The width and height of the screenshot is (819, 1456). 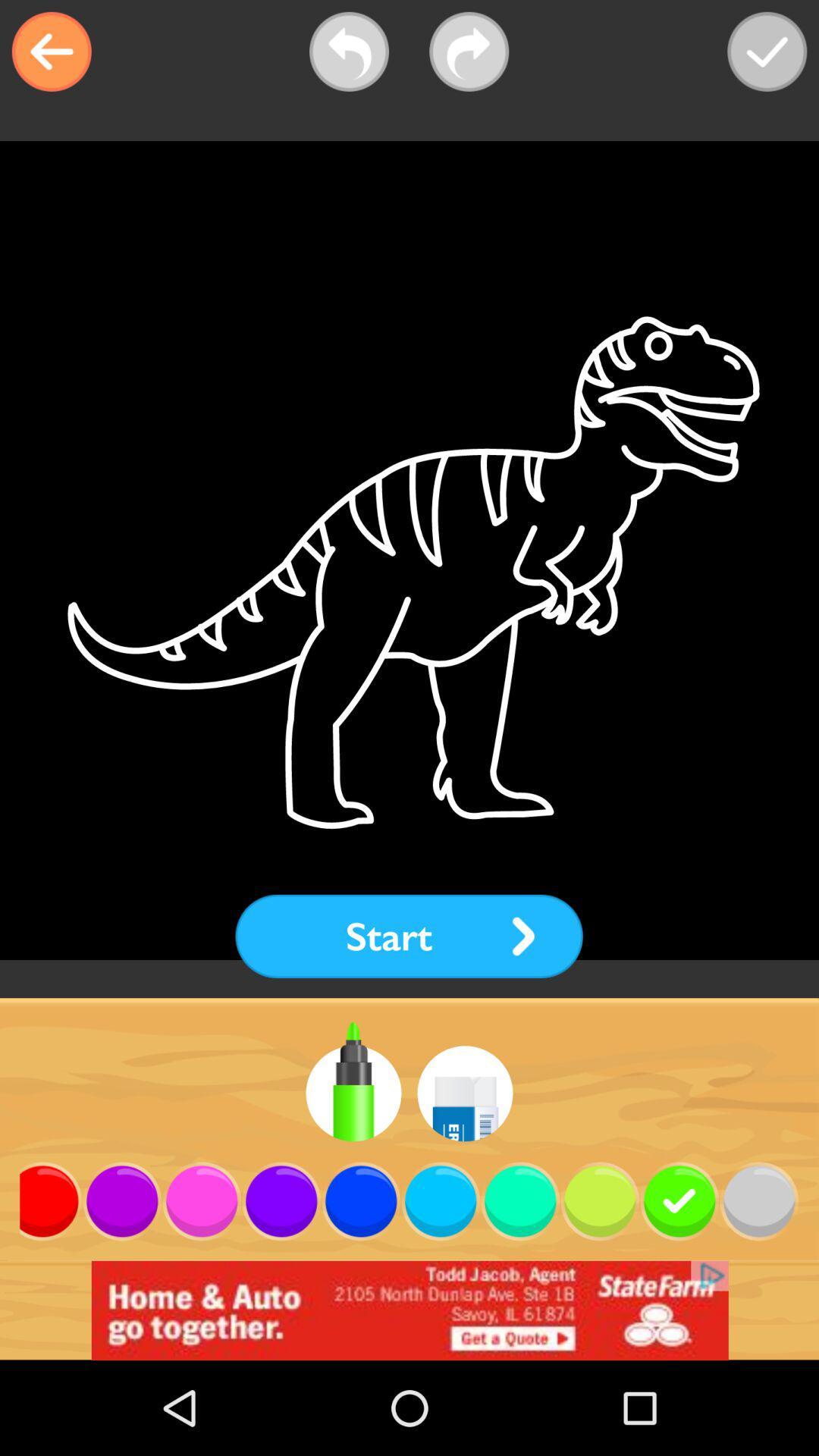 What do you see at coordinates (409, 1310) in the screenshot?
I see `advertisement banner` at bounding box center [409, 1310].